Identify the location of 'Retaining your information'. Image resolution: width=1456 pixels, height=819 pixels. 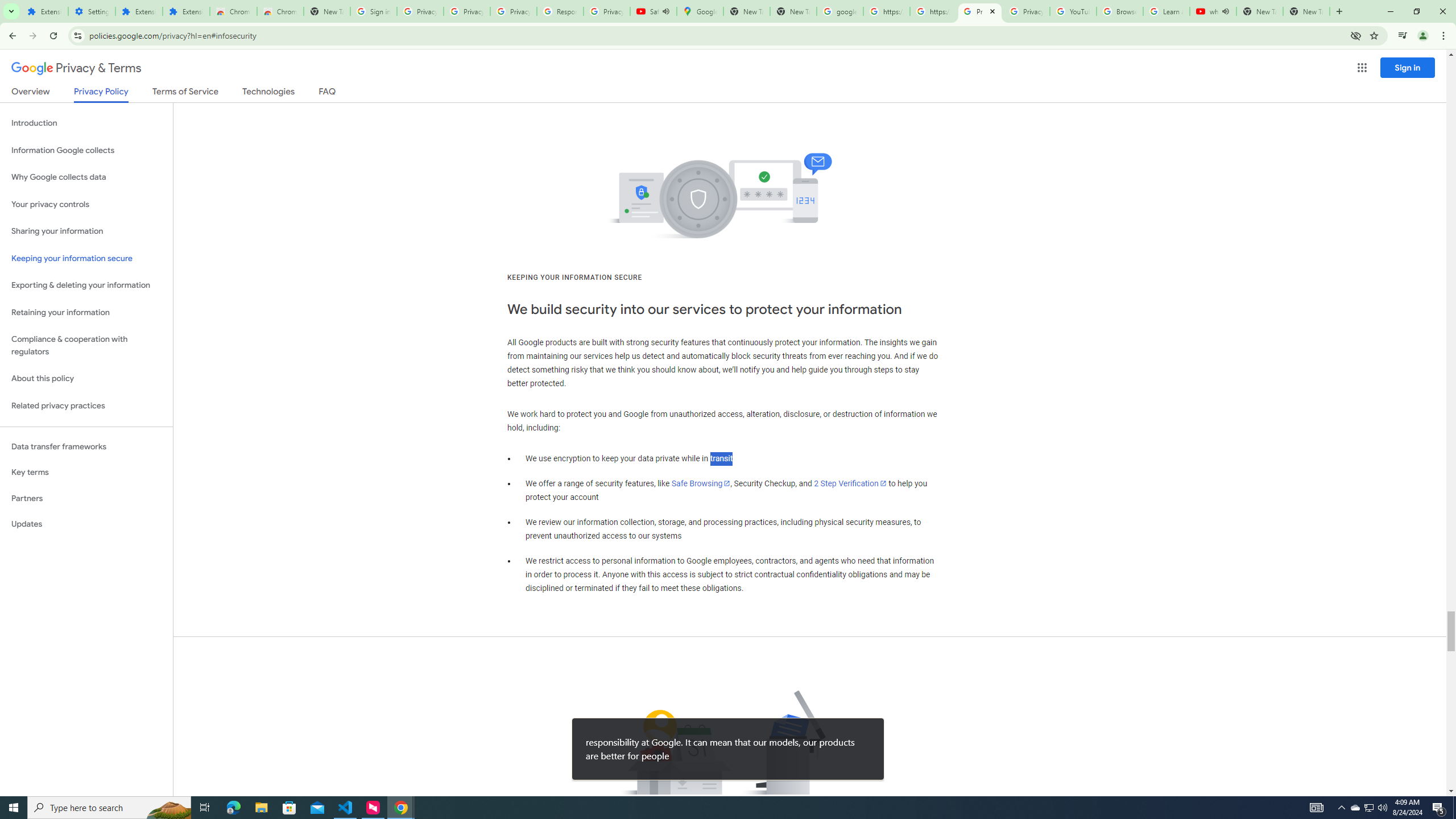
(86, 312).